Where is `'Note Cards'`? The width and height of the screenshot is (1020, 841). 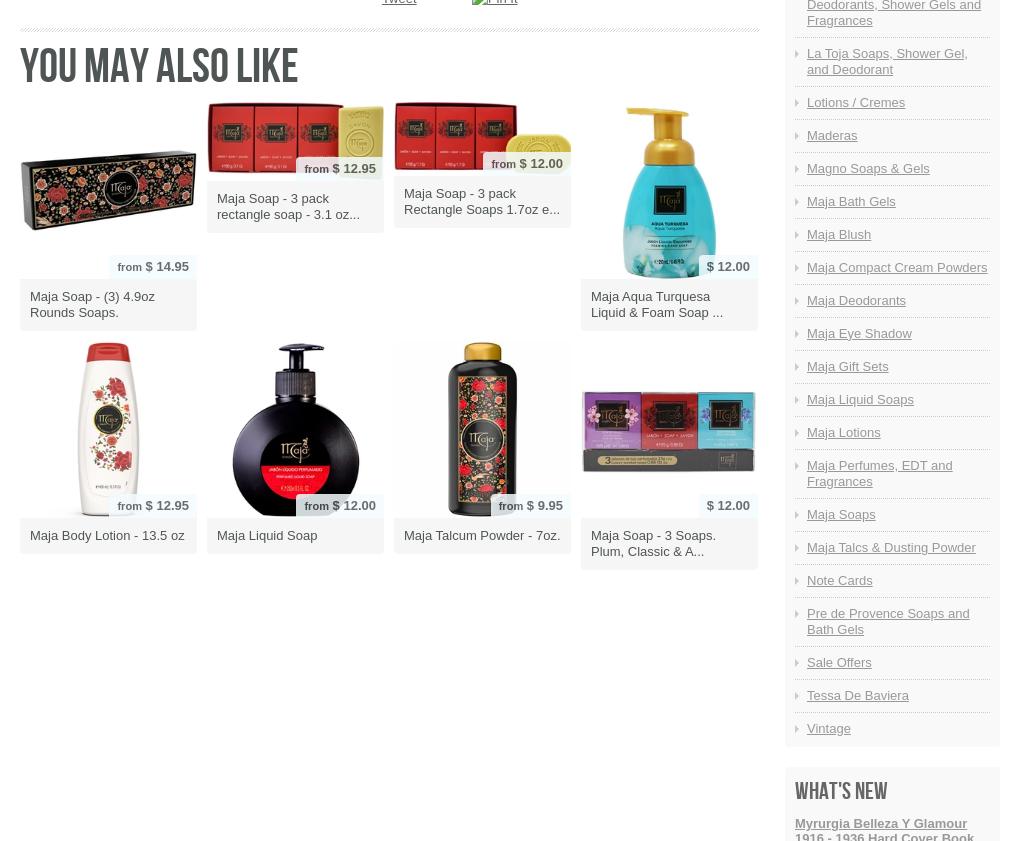
'Note Cards' is located at coordinates (839, 579).